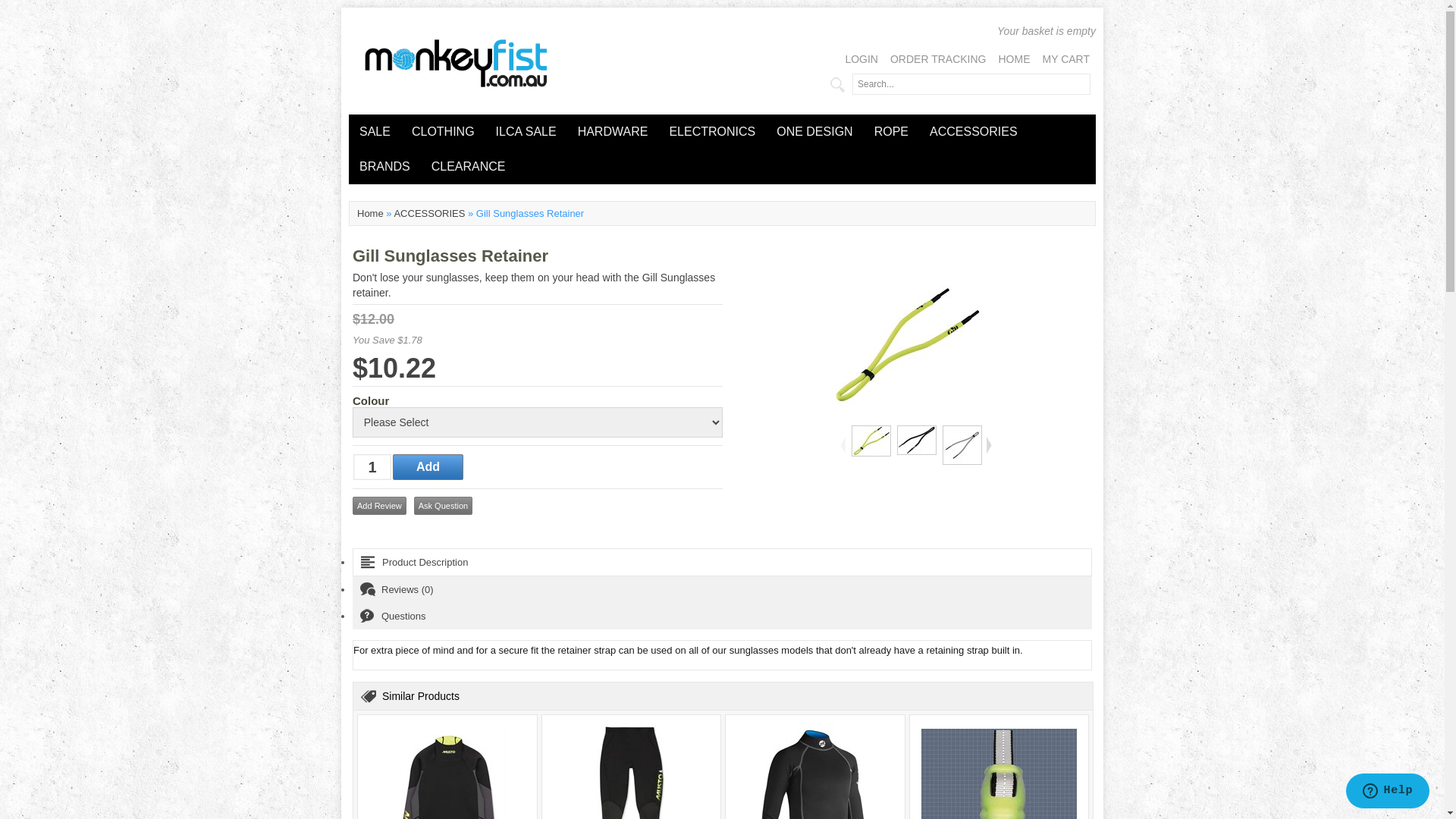 The height and width of the screenshot is (819, 1456). I want to click on 'Add', so click(427, 466).